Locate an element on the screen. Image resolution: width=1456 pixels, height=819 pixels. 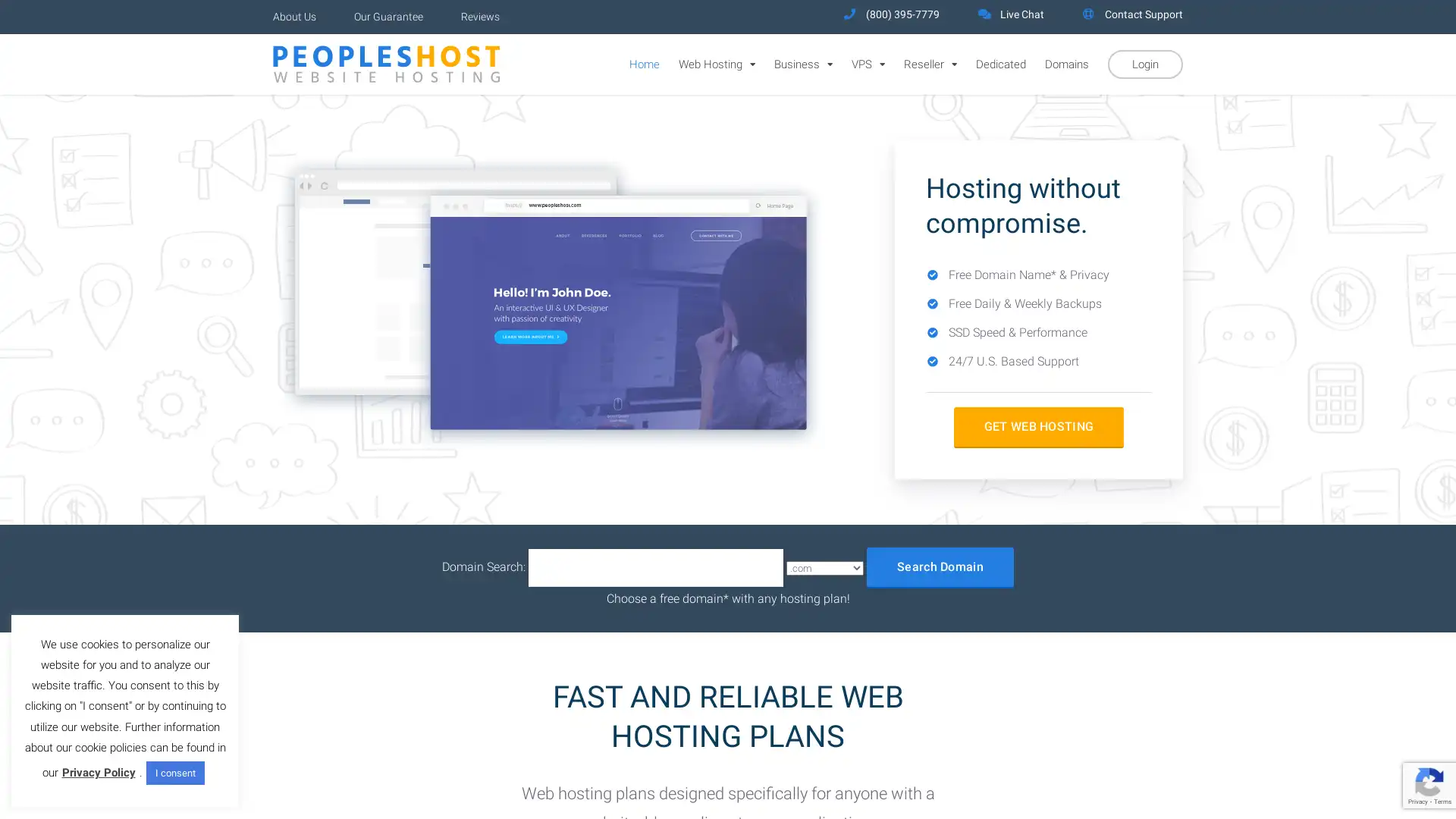
Search Domain is located at coordinates (939, 567).